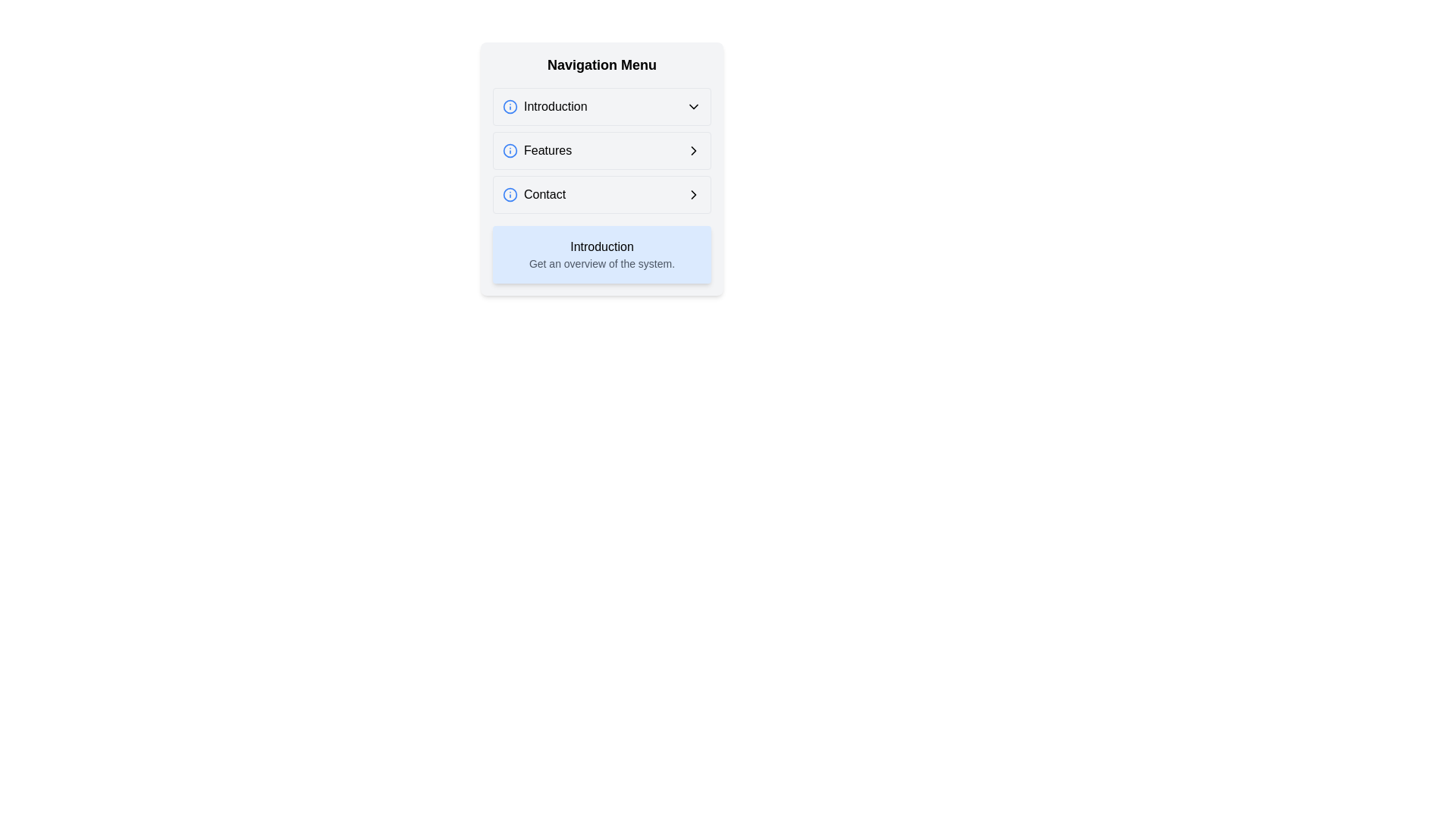 The height and width of the screenshot is (819, 1456). What do you see at coordinates (693, 194) in the screenshot?
I see `the navigation icon located in the rightmost area of the 'Contact' navigation entry to proceed to the next page or section` at bounding box center [693, 194].